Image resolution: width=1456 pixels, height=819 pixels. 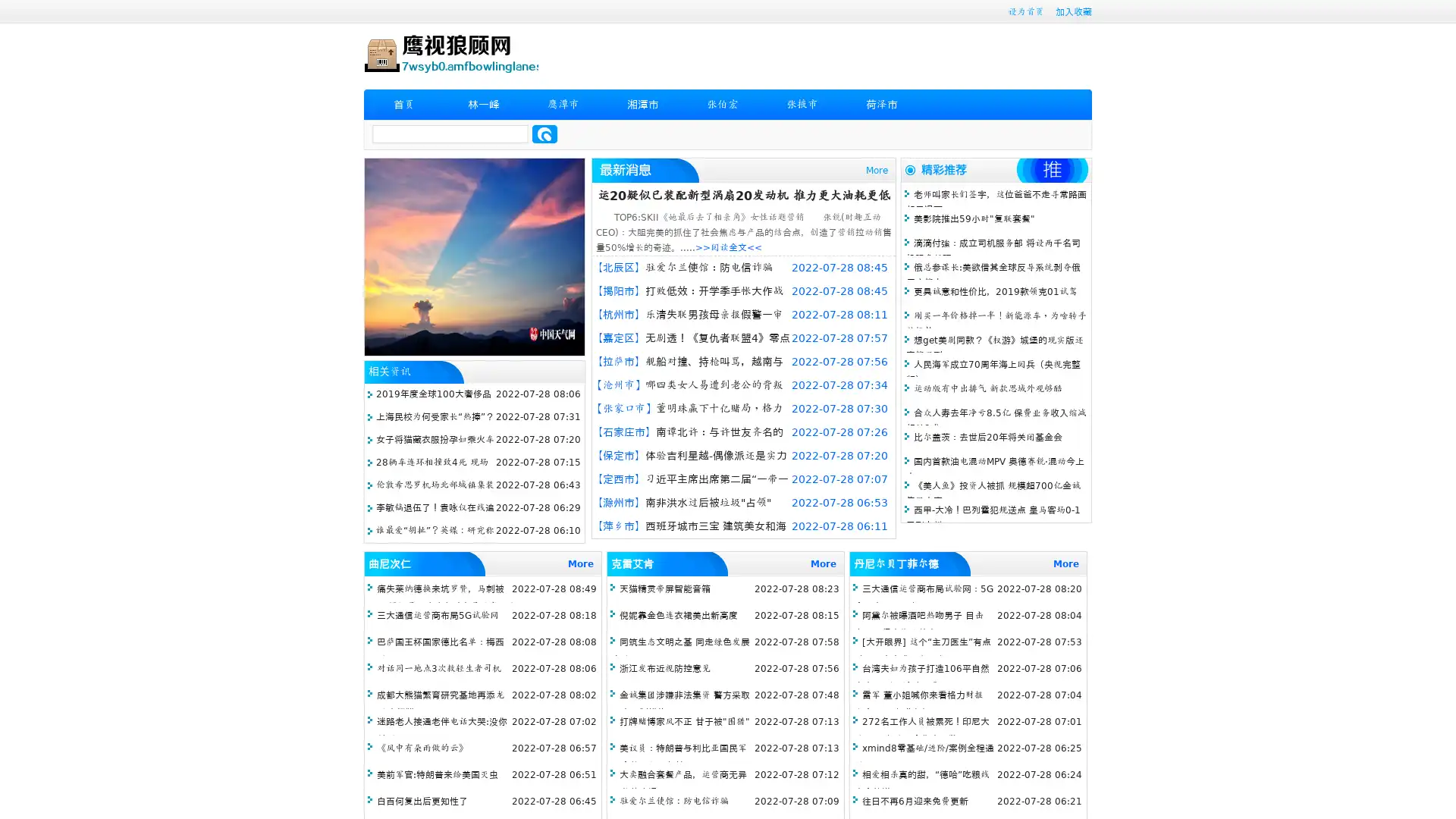 I want to click on Search, so click(x=544, y=133).